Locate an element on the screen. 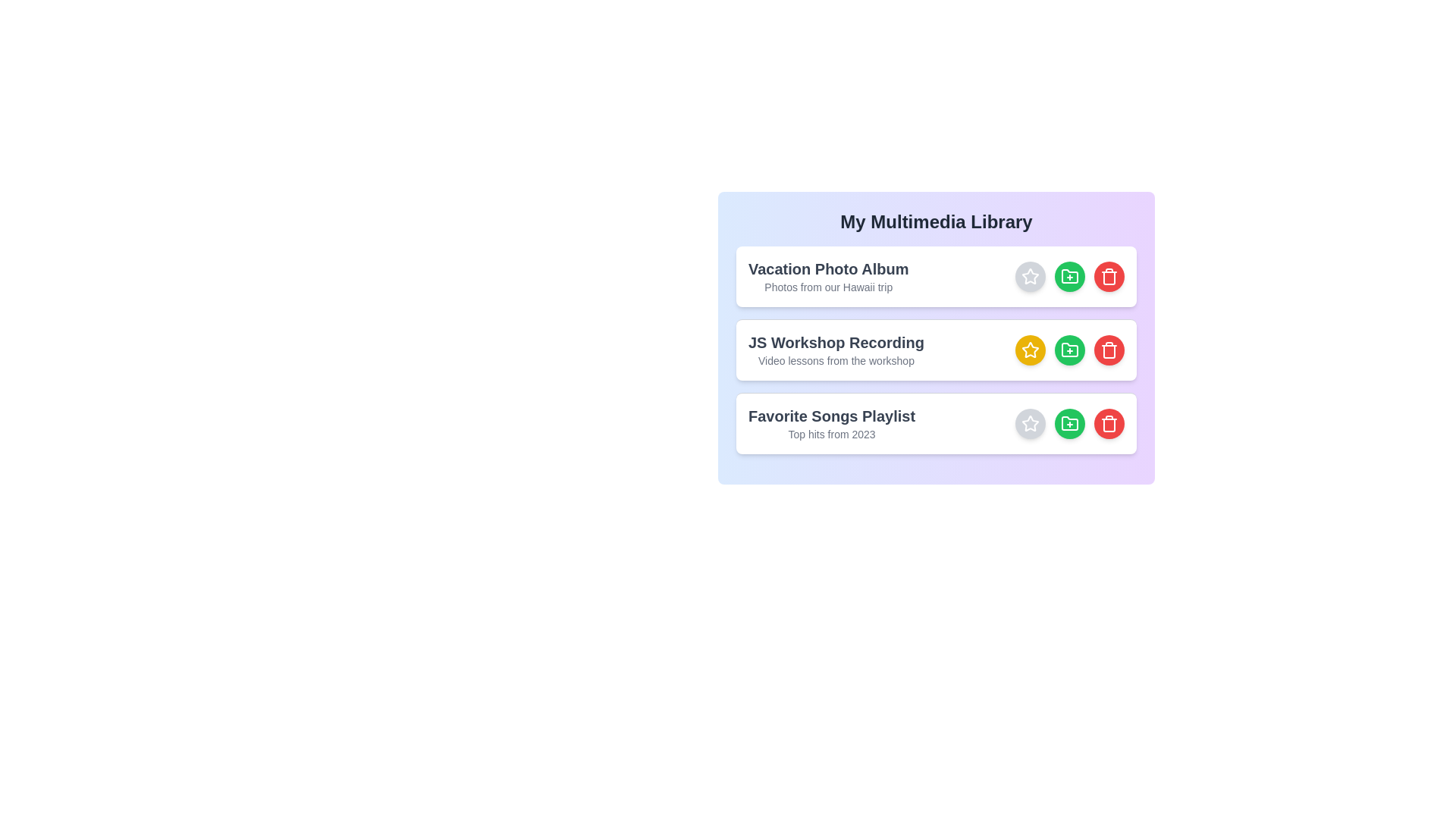 The image size is (1456, 819). the circular gray button with a centered star icon to mark the playlist as favorite is located at coordinates (1030, 424).